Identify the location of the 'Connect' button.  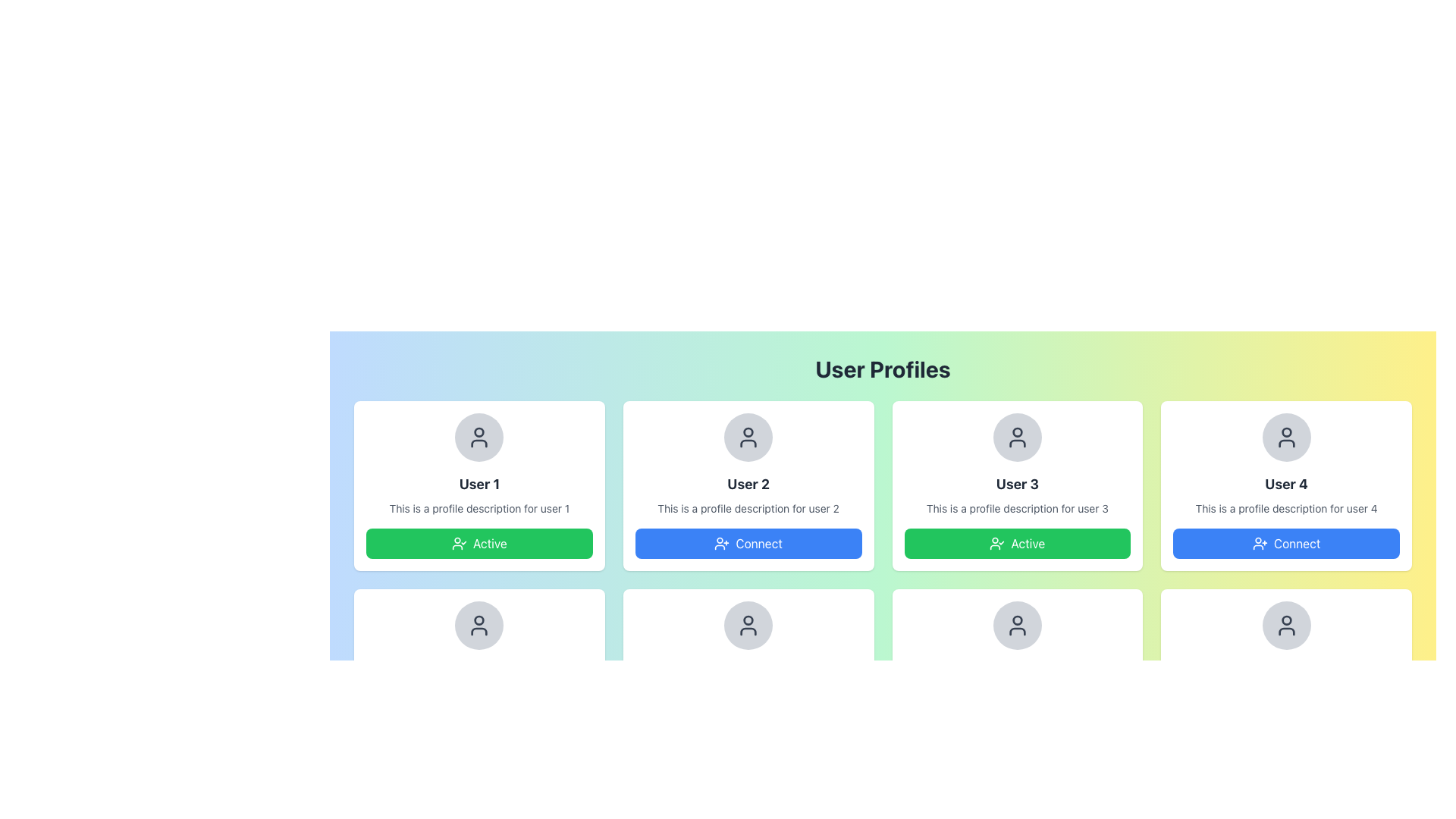
(1285, 543).